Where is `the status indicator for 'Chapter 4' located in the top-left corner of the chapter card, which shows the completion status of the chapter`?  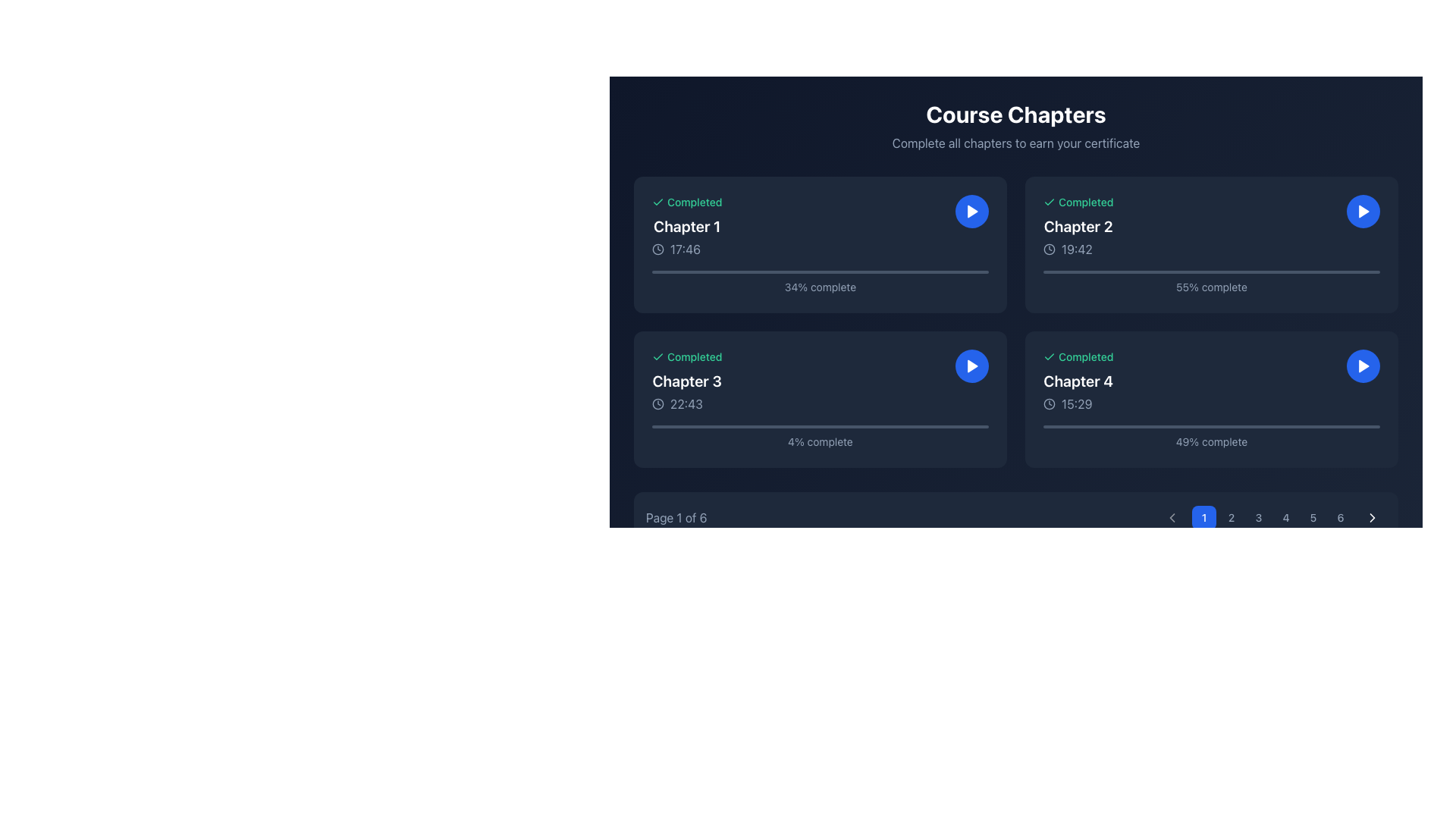 the status indicator for 'Chapter 4' located in the top-left corner of the chapter card, which shows the completion status of the chapter is located at coordinates (1078, 356).